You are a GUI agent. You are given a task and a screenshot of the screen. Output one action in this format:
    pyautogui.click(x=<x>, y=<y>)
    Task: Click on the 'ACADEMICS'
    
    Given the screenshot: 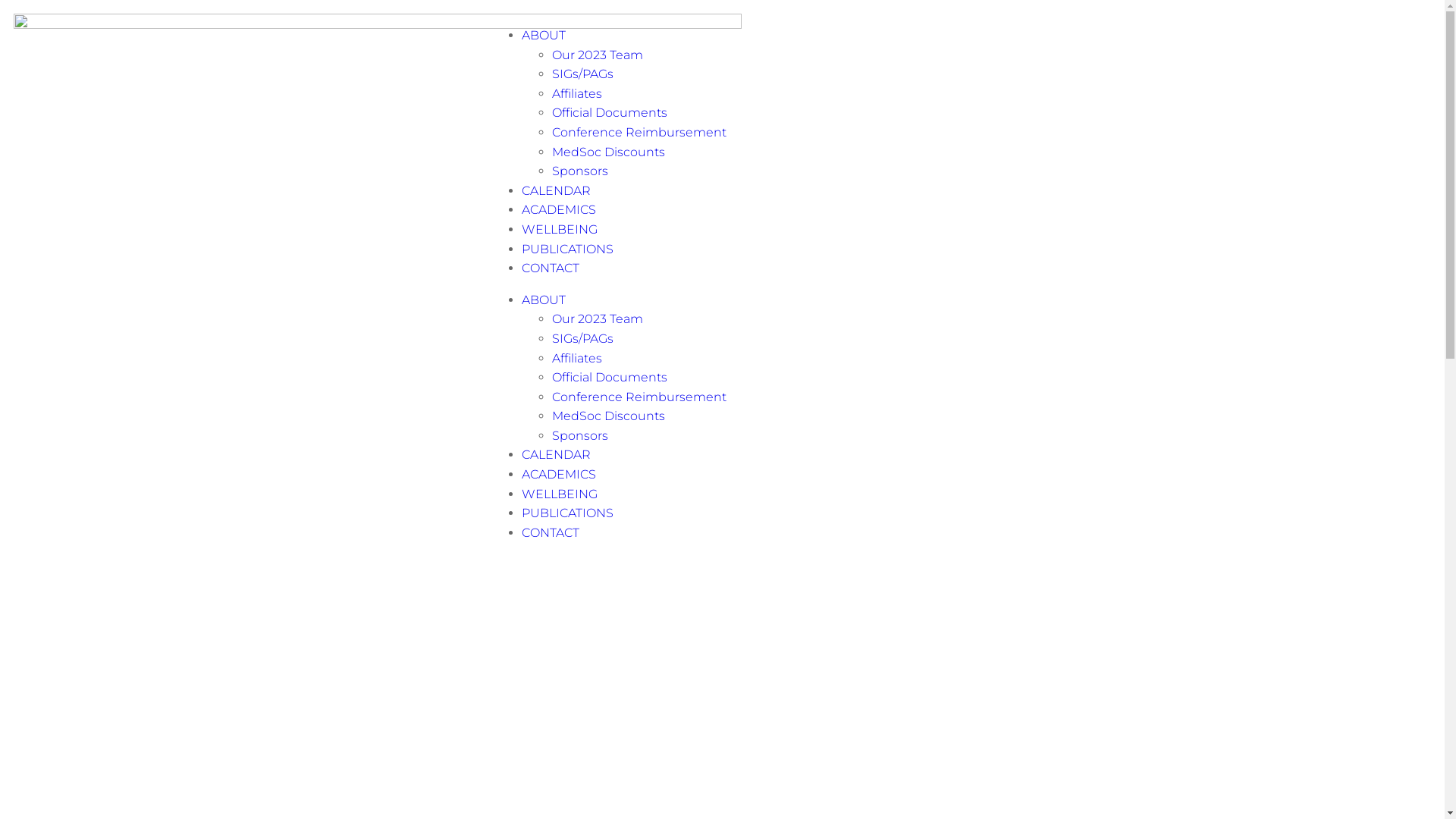 What is the action you would take?
    pyautogui.click(x=558, y=209)
    